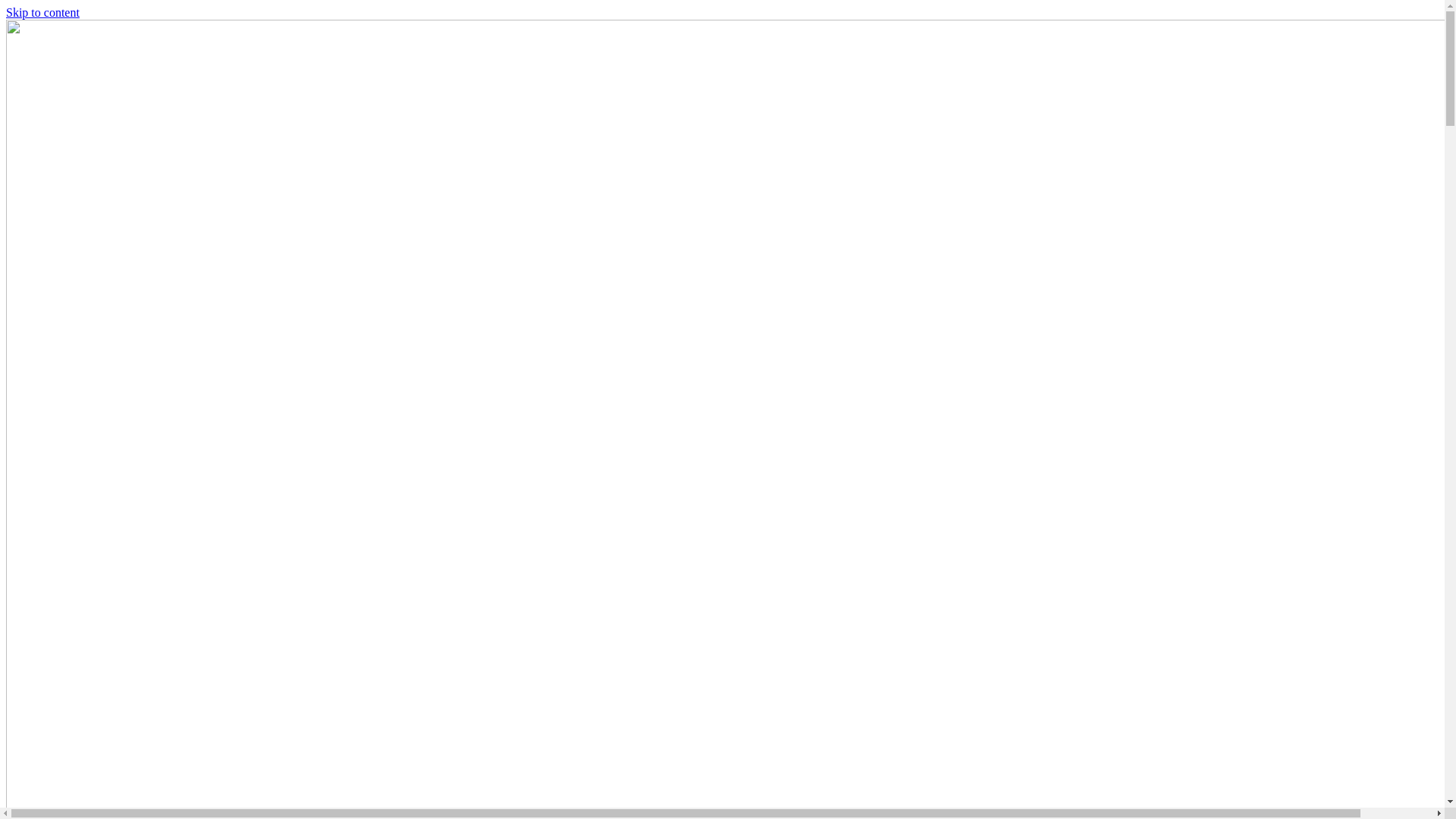  Describe the element at coordinates (42, 12) in the screenshot. I see `'Skip to content'` at that location.